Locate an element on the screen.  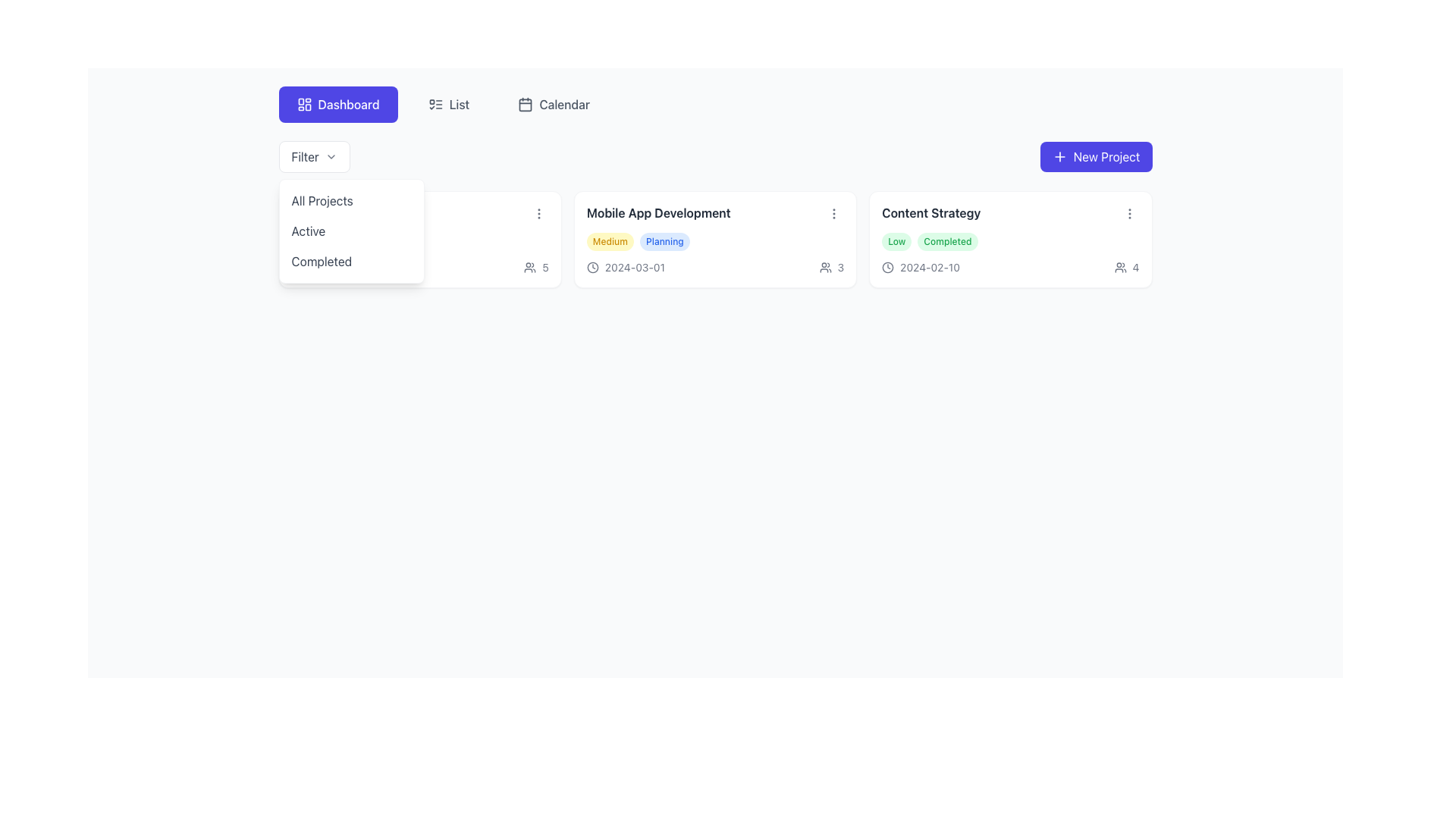
the clickable text label located as the second item in the horizontal navigation bar, positioned between a list icon and a Calendar label is located at coordinates (458, 104).